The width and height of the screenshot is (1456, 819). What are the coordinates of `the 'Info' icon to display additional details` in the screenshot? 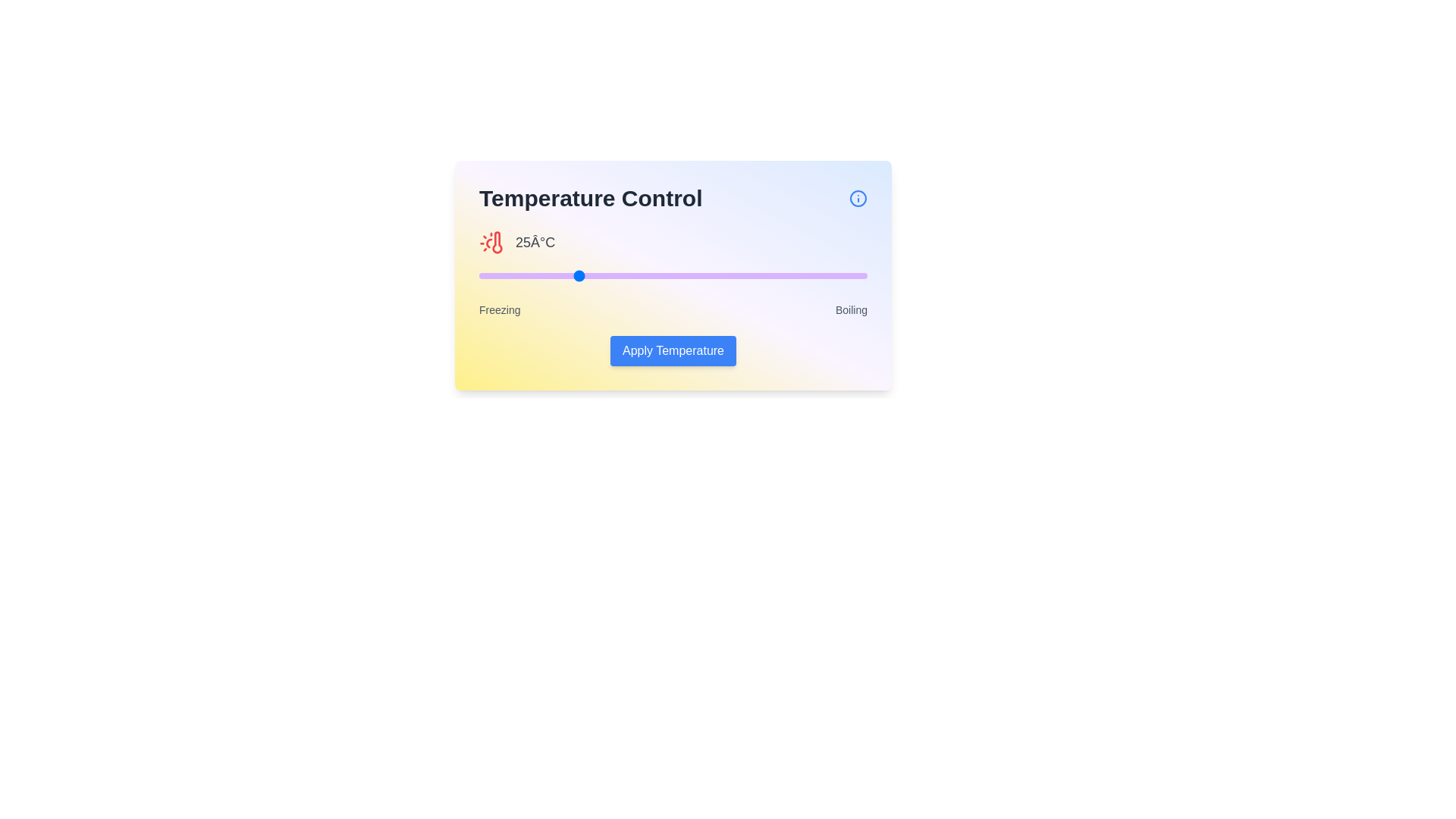 It's located at (858, 198).